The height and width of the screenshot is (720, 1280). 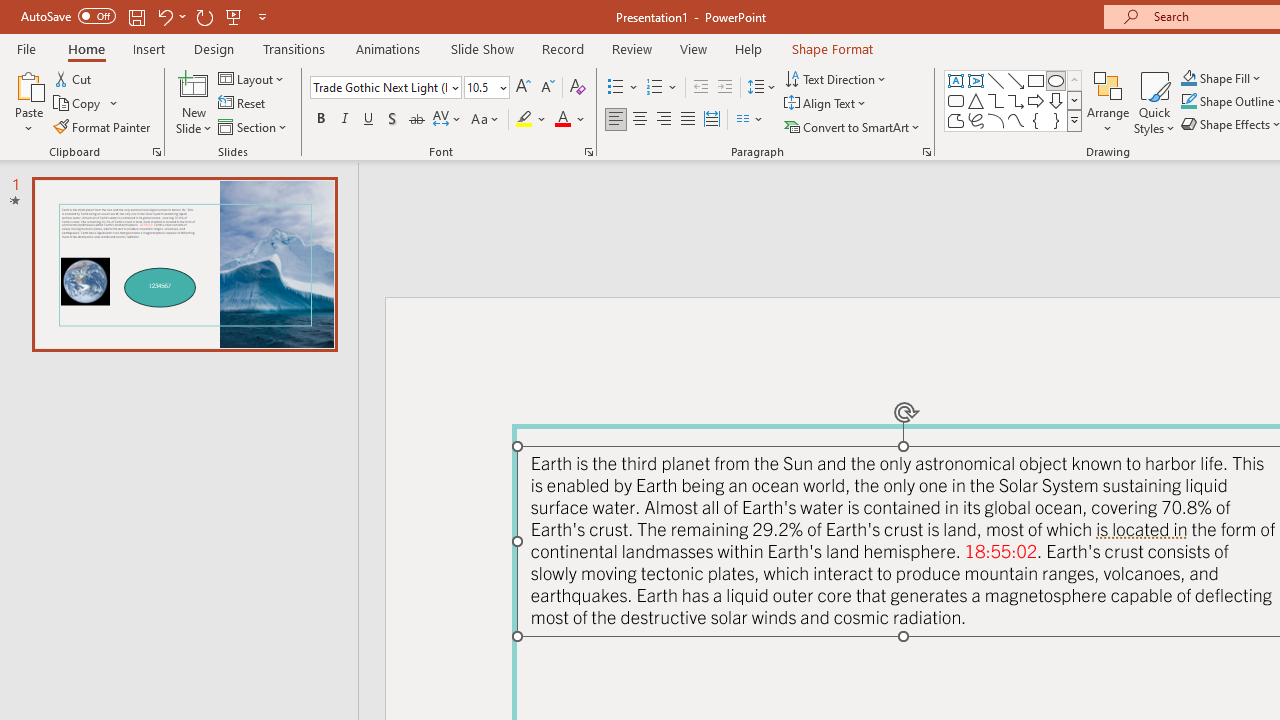 I want to click on 'Font', so click(x=385, y=86).